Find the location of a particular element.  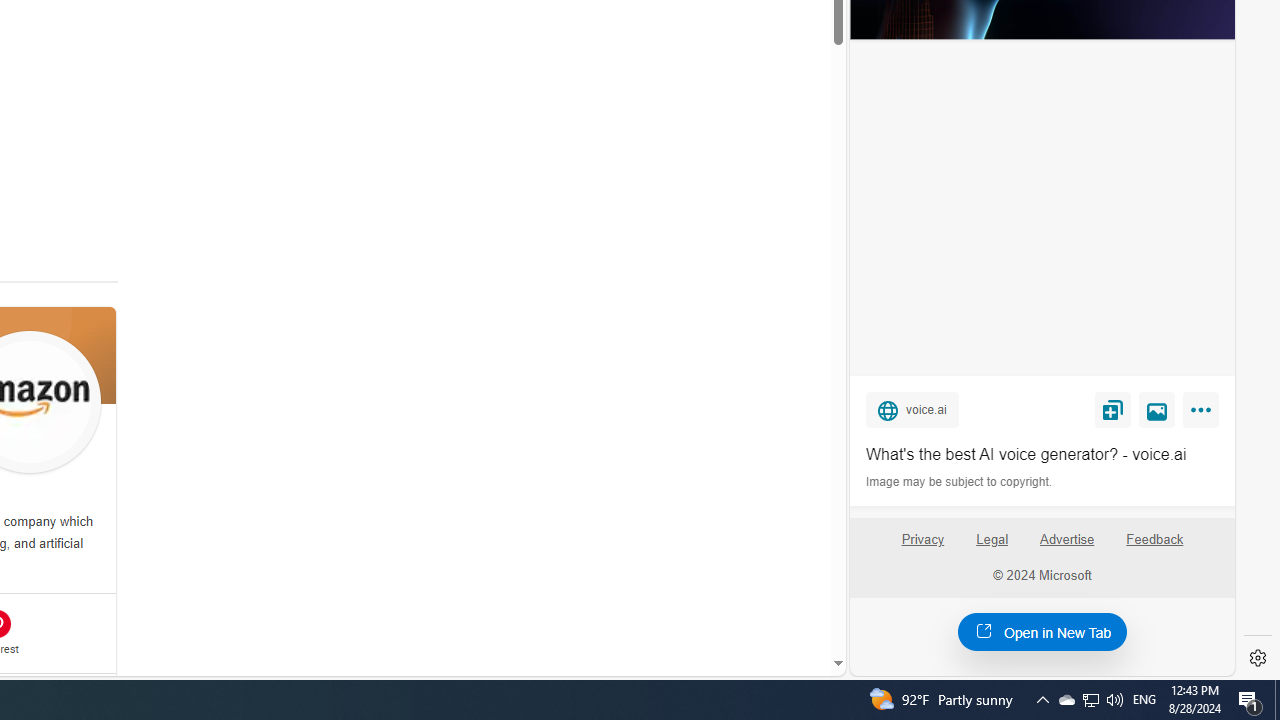

'Image may be subject to copyright.' is located at coordinates (960, 482).